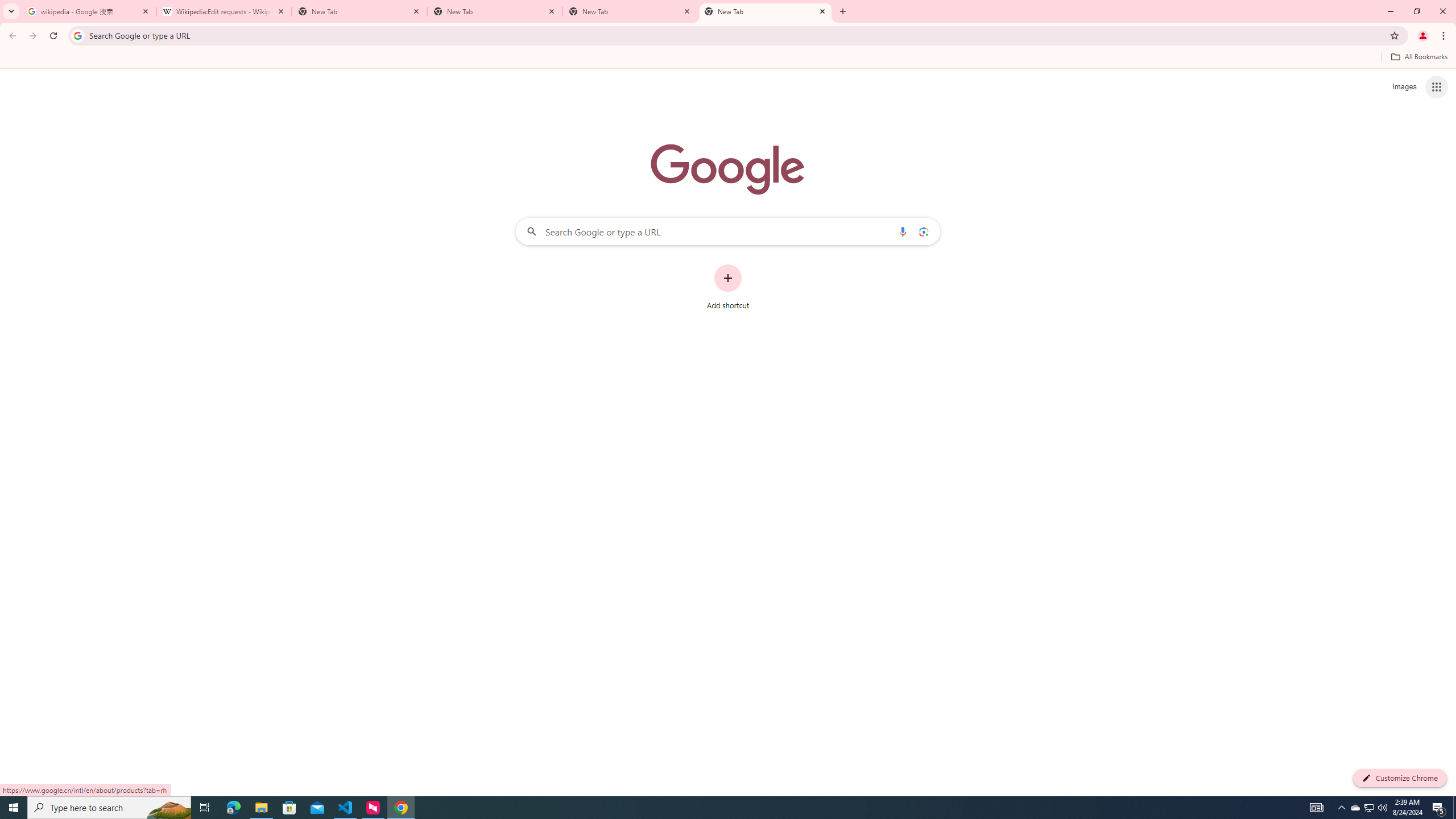 This screenshot has width=1456, height=819. I want to click on 'New Tab', so click(630, 11).